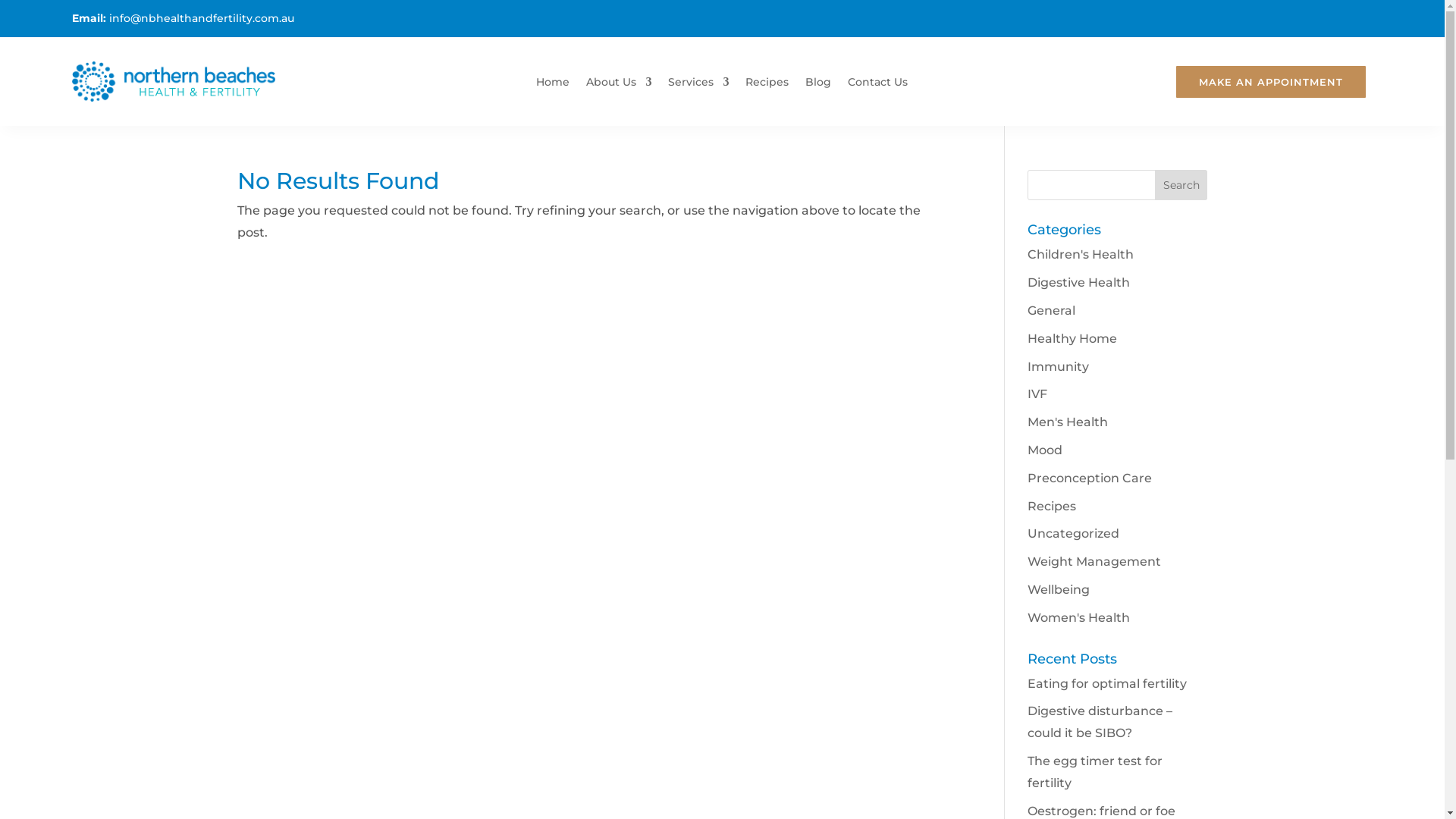 The image size is (1456, 819). What do you see at coordinates (1066, 422) in the screenshot?
I see `'Men's Health'` at bounding box center [1066, 422].